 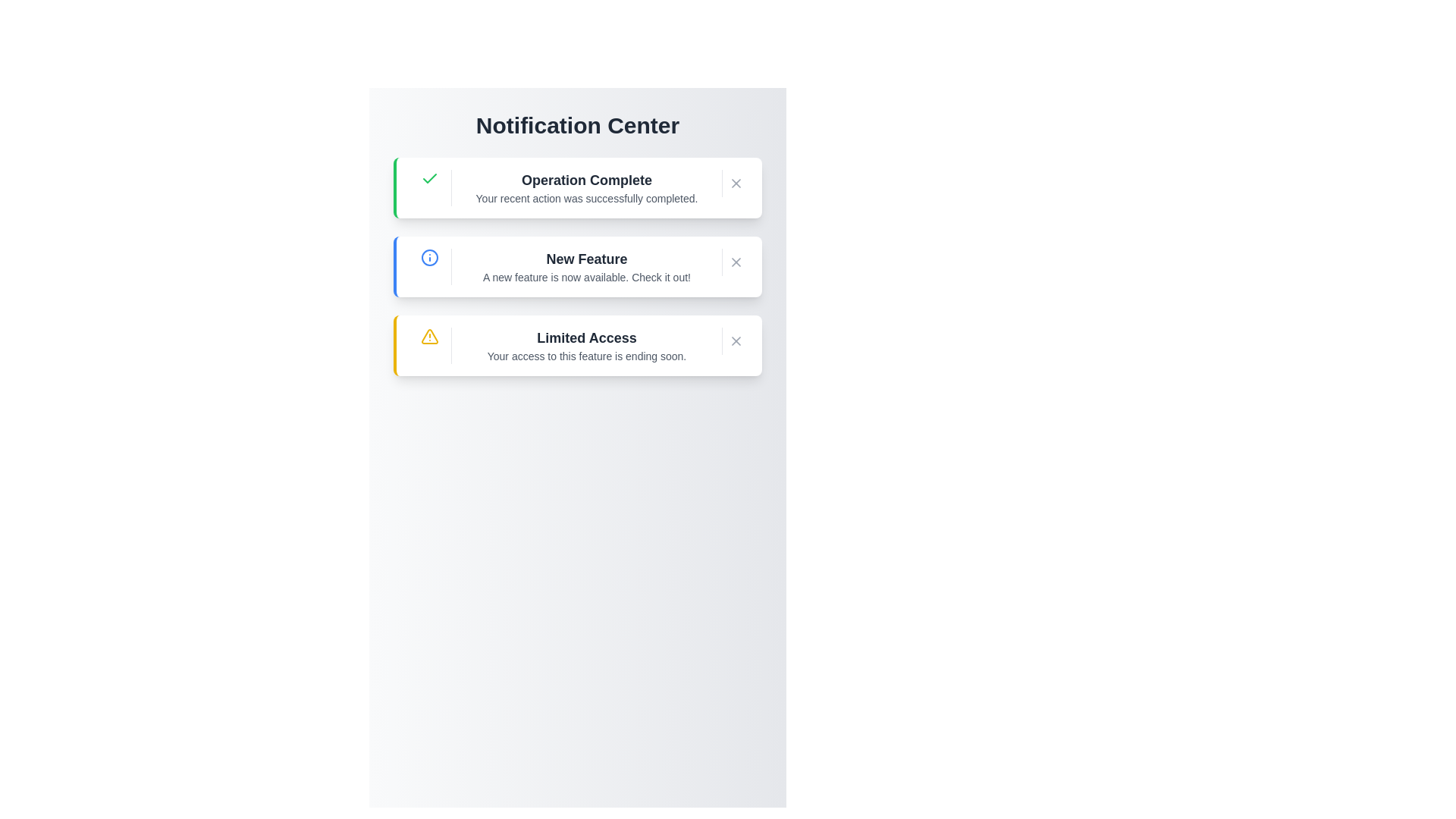 I want to click on the warning icon located to the left of the 'Limited Access' text in the third notification card of the Notification Center, so click(x=428, y=335).